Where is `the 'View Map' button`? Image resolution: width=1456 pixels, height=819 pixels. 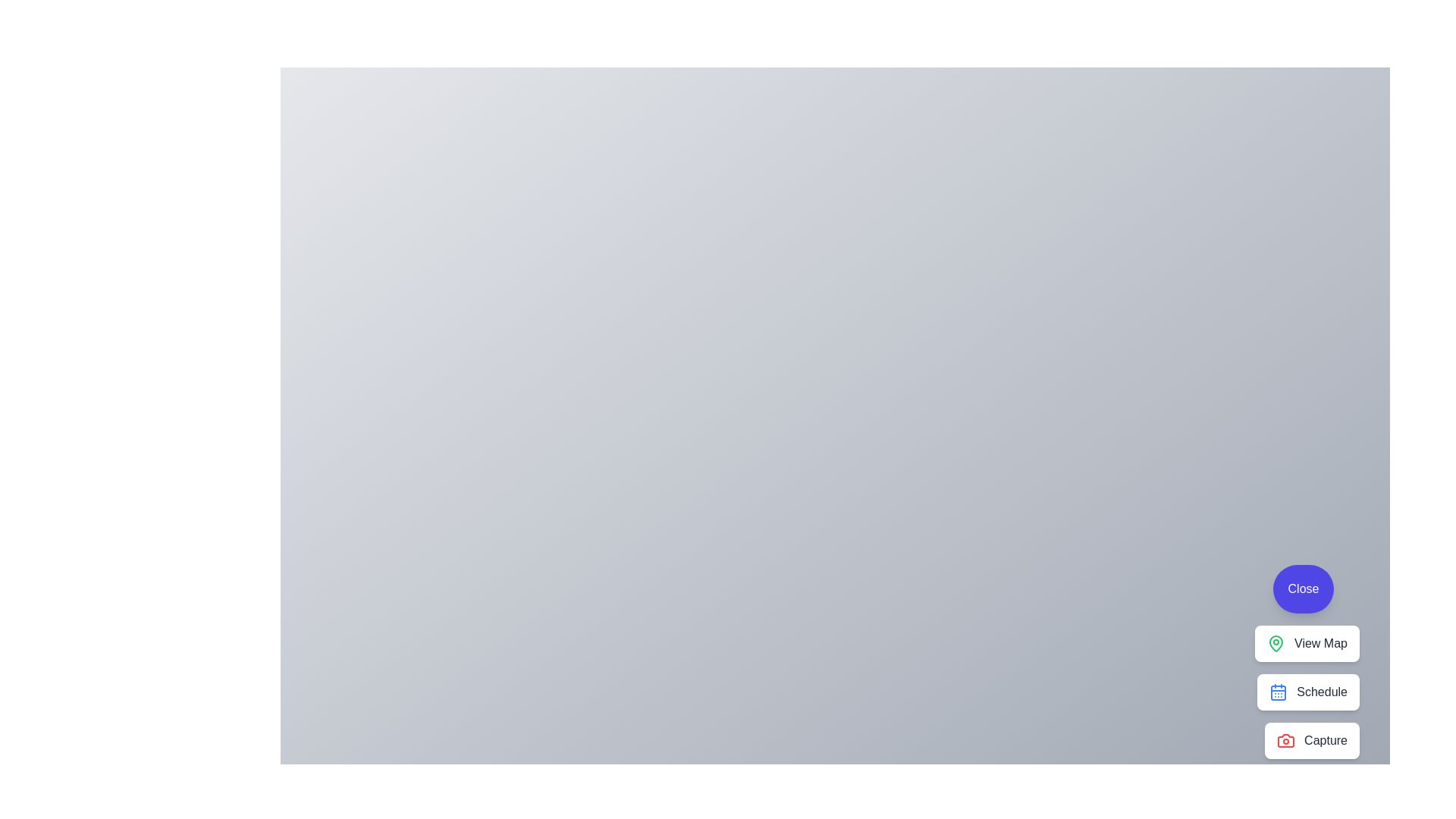
the 'View Map' button is located at coordinates (1306, 643).